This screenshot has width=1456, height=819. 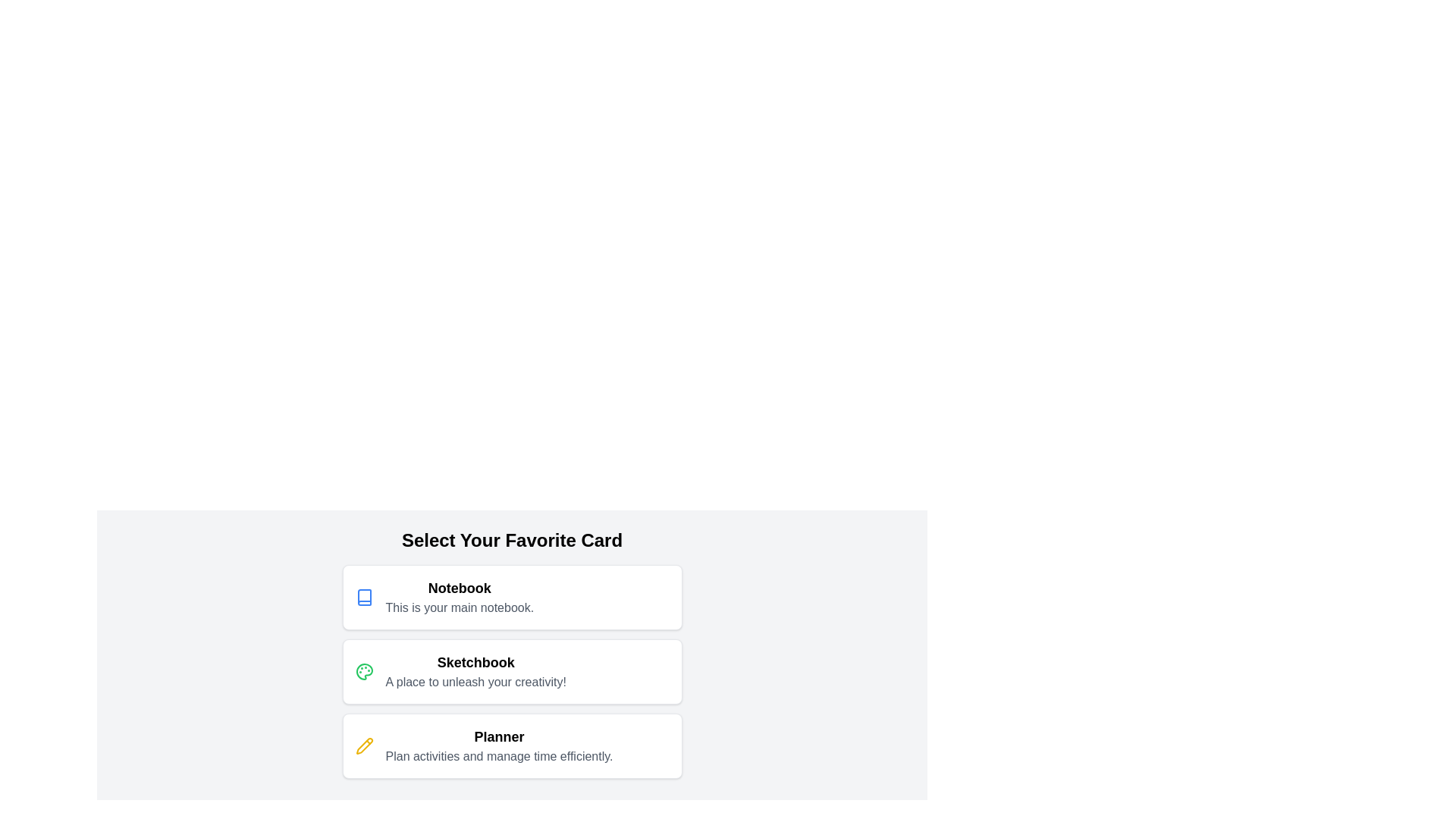 What do you see at coordinates (459, 607) in the screenshot?
I see `the text label that reads 'This is your main notebook.' located beneath the 'Notebook' text in the 'Select Your Favorite Card' section` at bounding box center [459, 607].